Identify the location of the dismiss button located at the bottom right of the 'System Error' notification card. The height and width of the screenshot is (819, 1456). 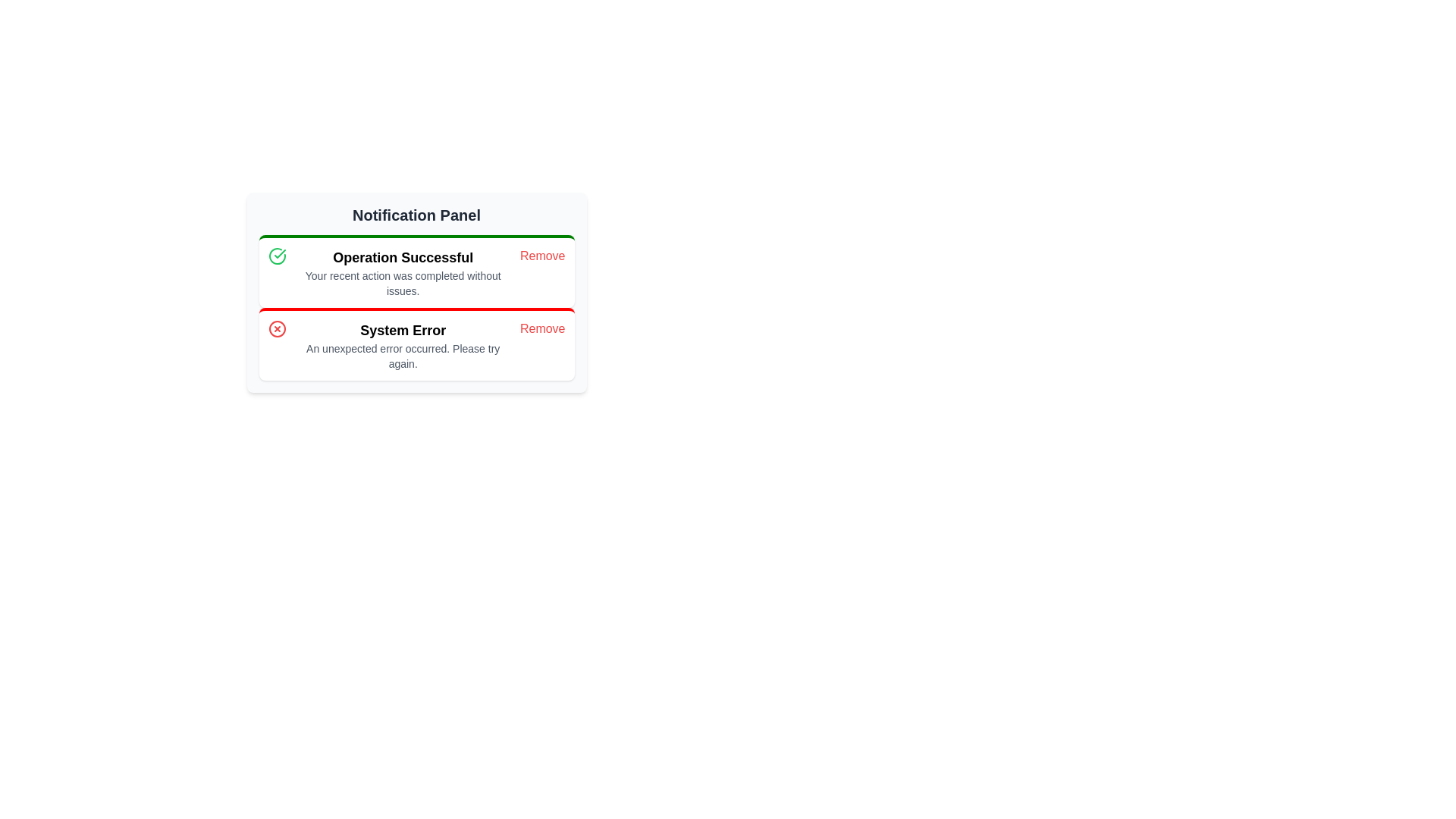
(542, 328).